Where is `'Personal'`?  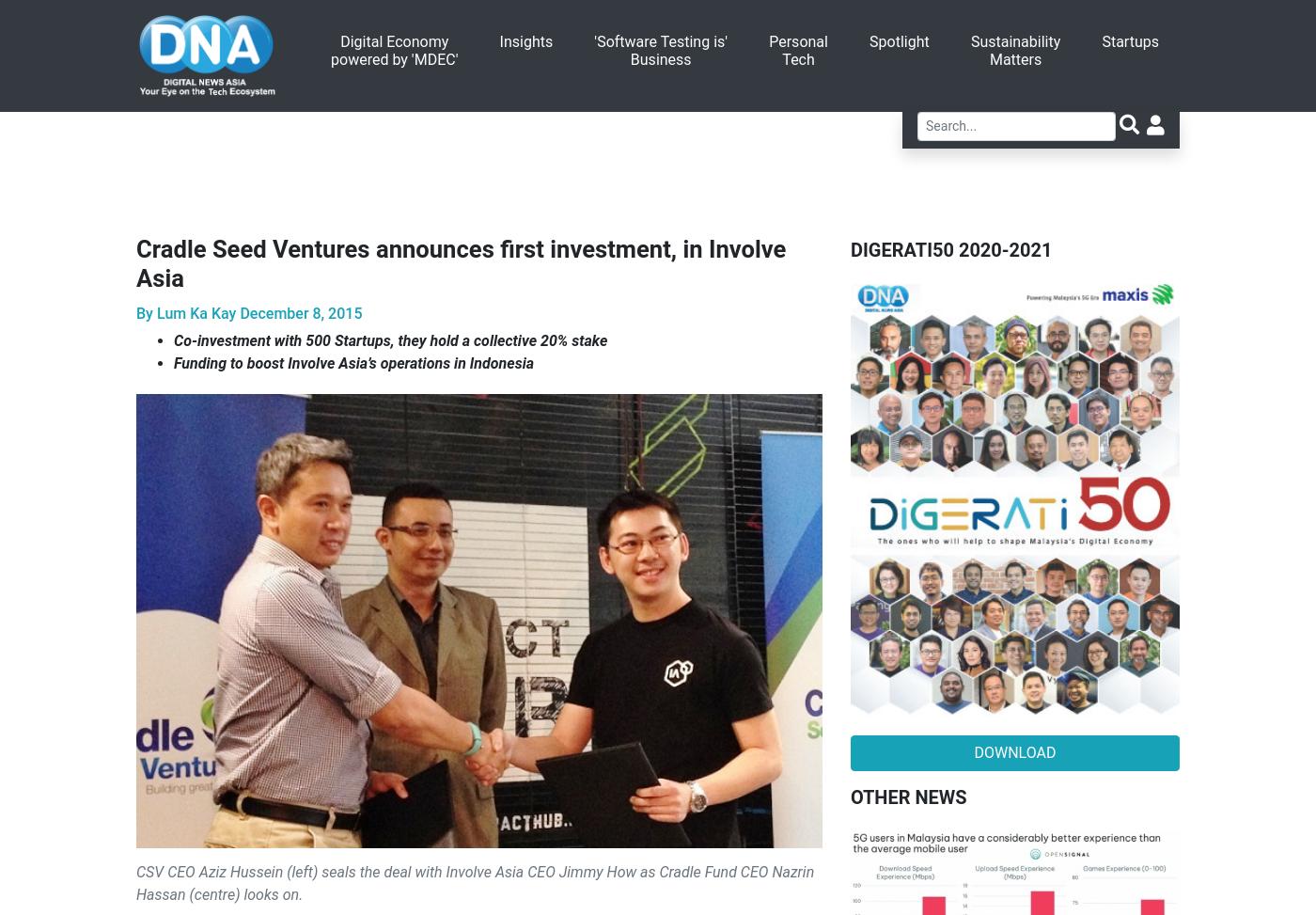 'Personal' is located at coordinates (769, 41).